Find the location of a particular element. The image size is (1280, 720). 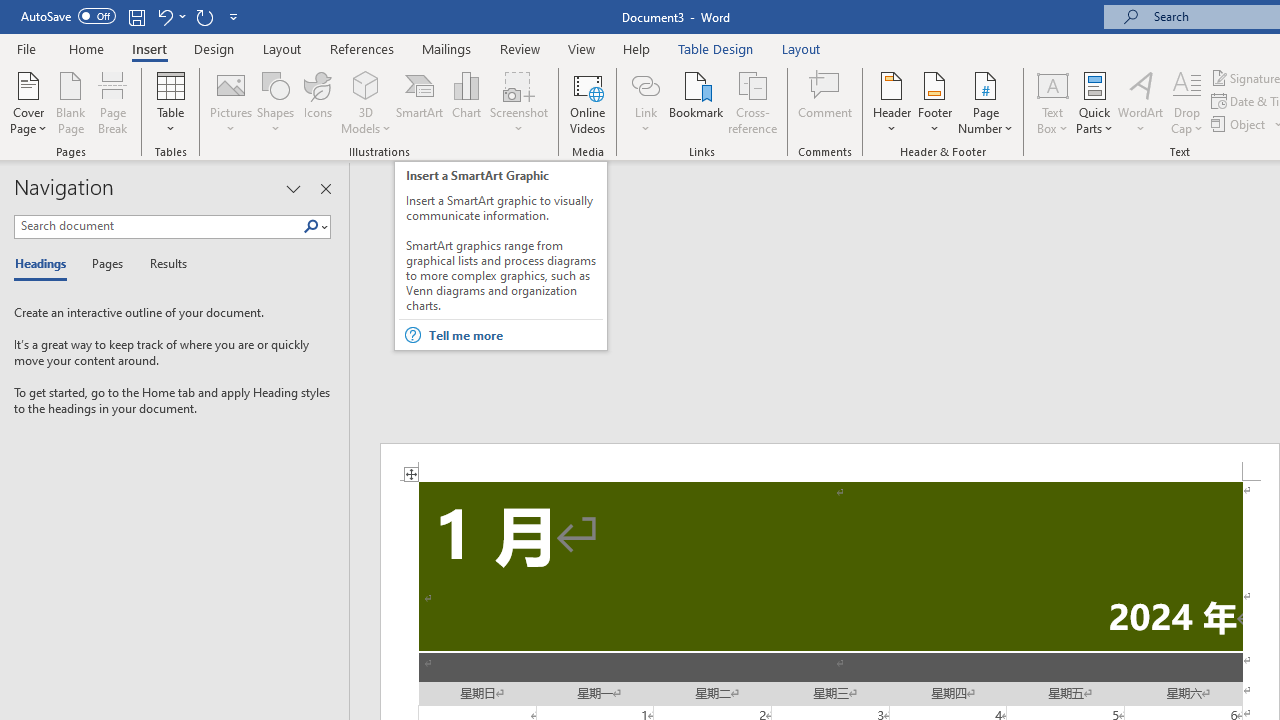

'Page Break' is located at coordinates (112, 103).